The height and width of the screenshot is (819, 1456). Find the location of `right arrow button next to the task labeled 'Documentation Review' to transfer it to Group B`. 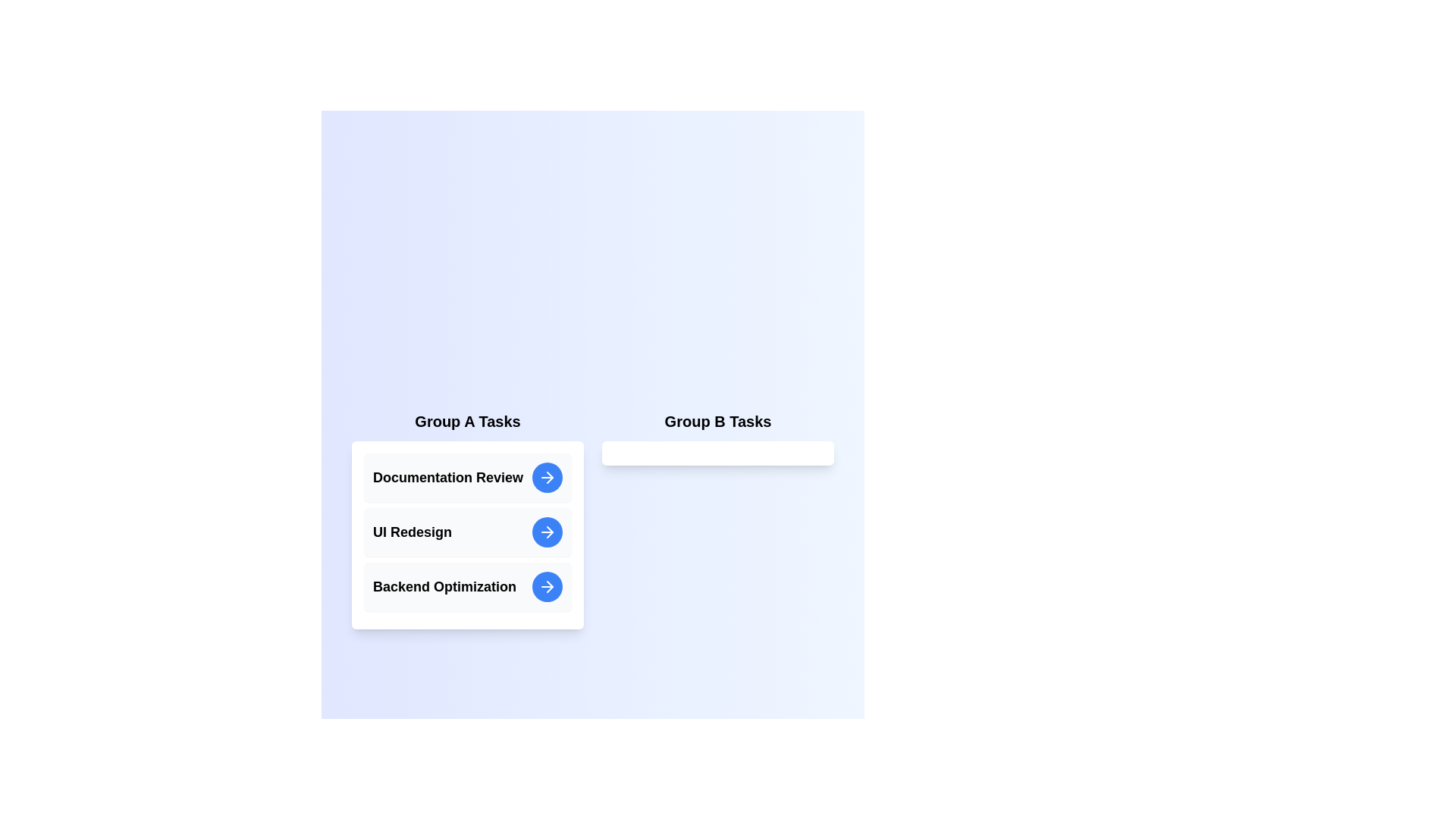

right arrow button next to the task labeled 'Documentation Review' to transfer it to Group B is located at coordinates (546, 476).